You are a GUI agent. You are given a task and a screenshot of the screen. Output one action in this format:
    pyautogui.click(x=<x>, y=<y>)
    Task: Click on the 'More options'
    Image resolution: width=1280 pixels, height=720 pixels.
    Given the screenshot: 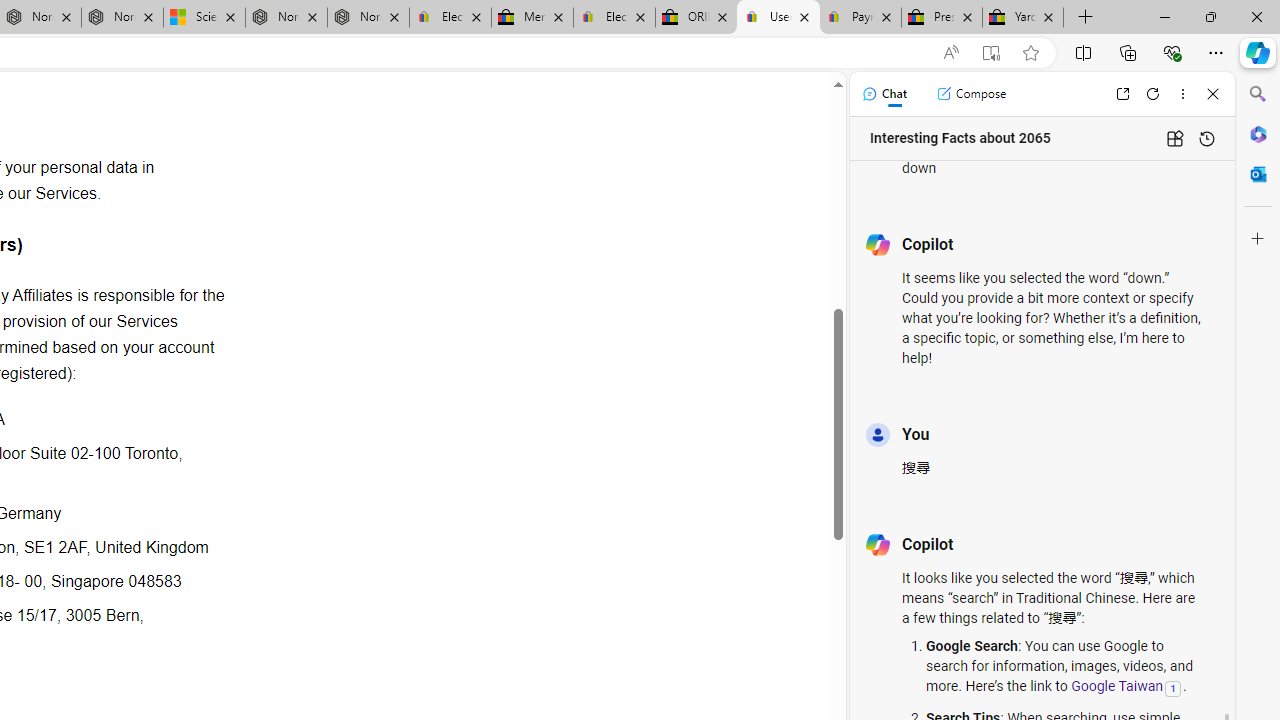 What is the action you would take?
    pyautogui.click(x=1182, y=93)
    